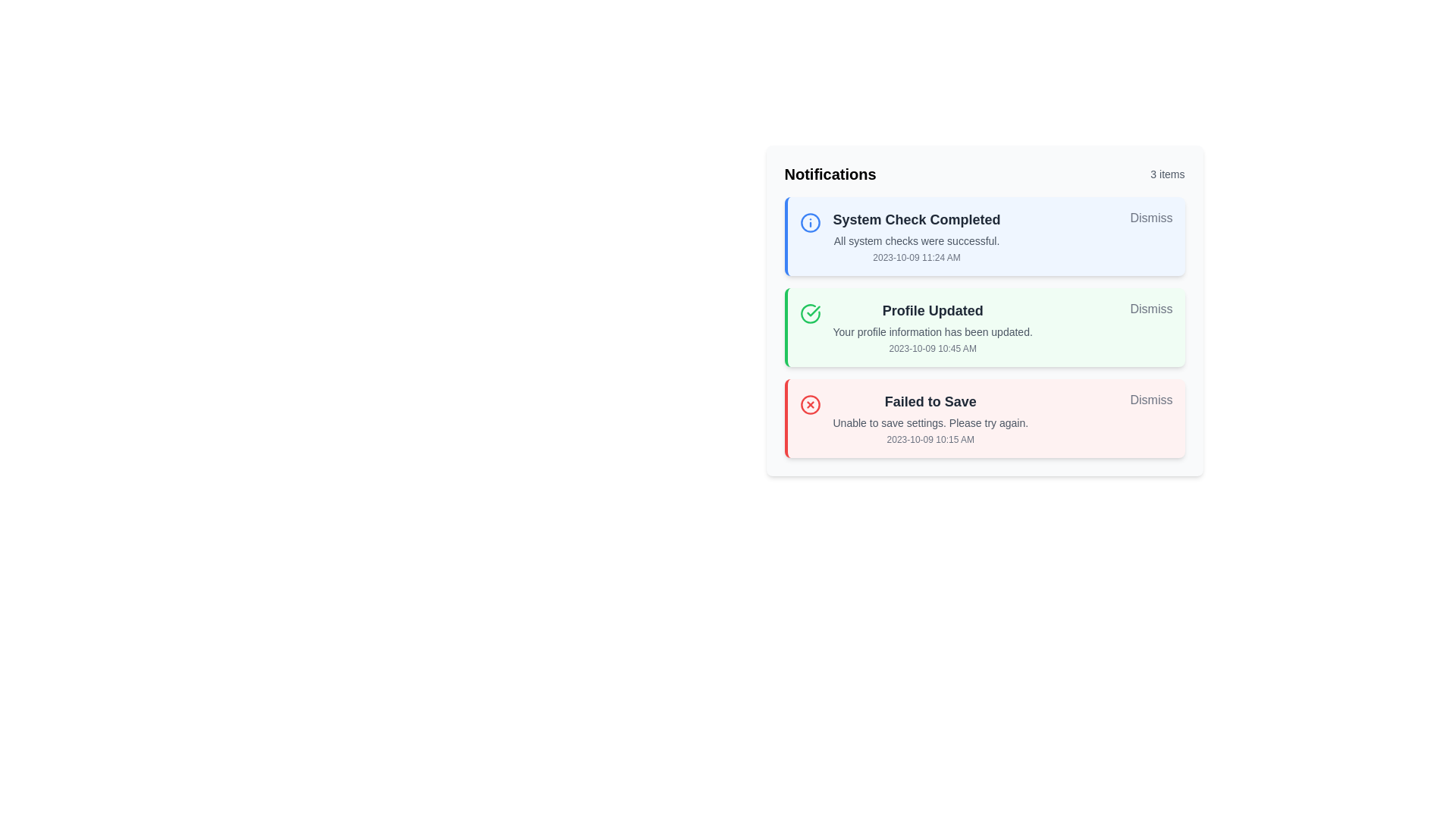 This screenshot has width=1456, height=819. I want to click on informational text block within the third notification card that displays the message 'Failed to Save' along with the details 'Unable to save settings. Please try again.' and the timestamp '2023-10-09 10:15 AM', so click(930, 418).